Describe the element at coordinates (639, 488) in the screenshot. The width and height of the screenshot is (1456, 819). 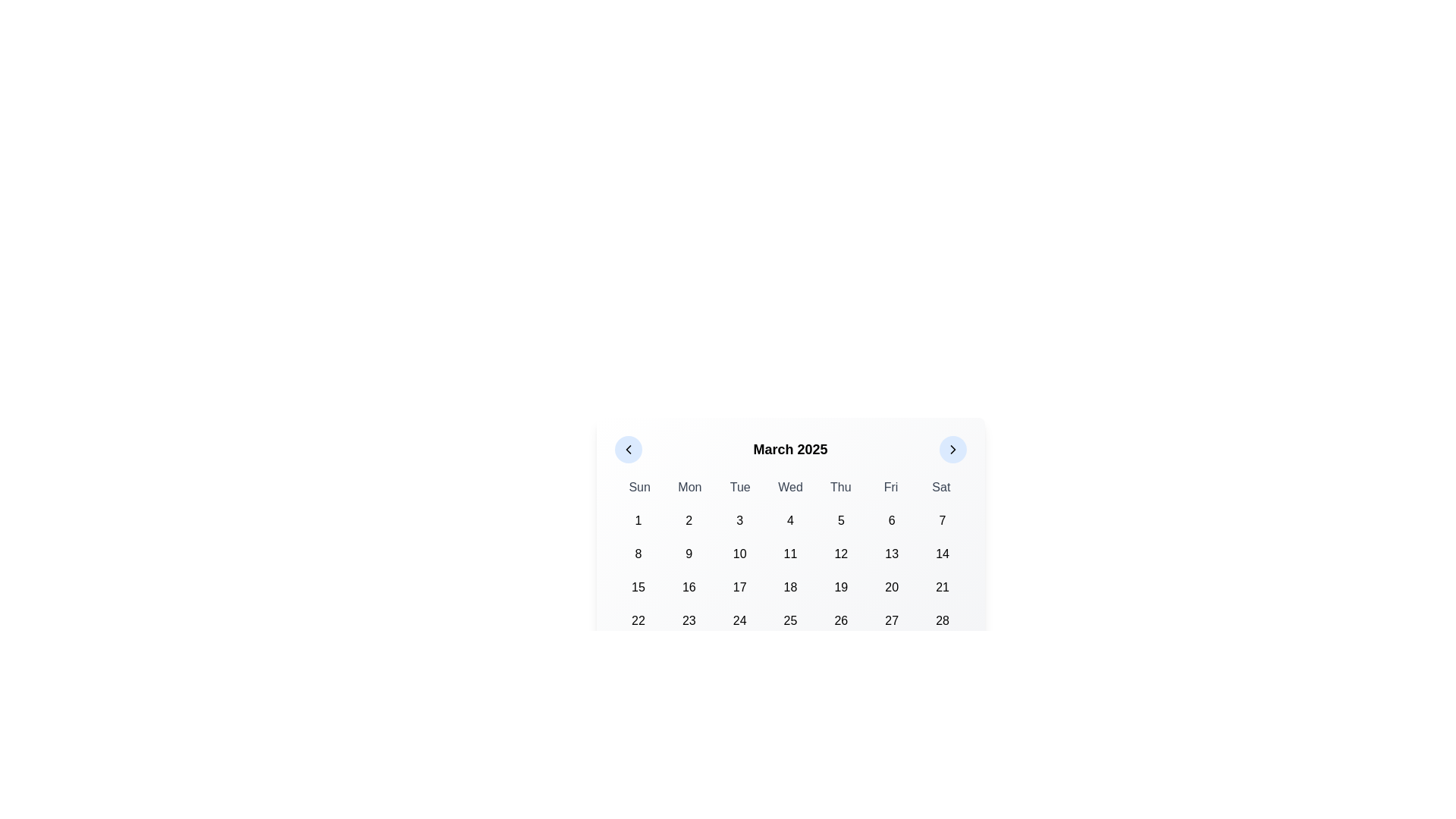
I see `the static text label displaying 'Sun' in a bold, medium gray font, which is the first item in the grid of weekday names at the top of the calendar interface` at that location.